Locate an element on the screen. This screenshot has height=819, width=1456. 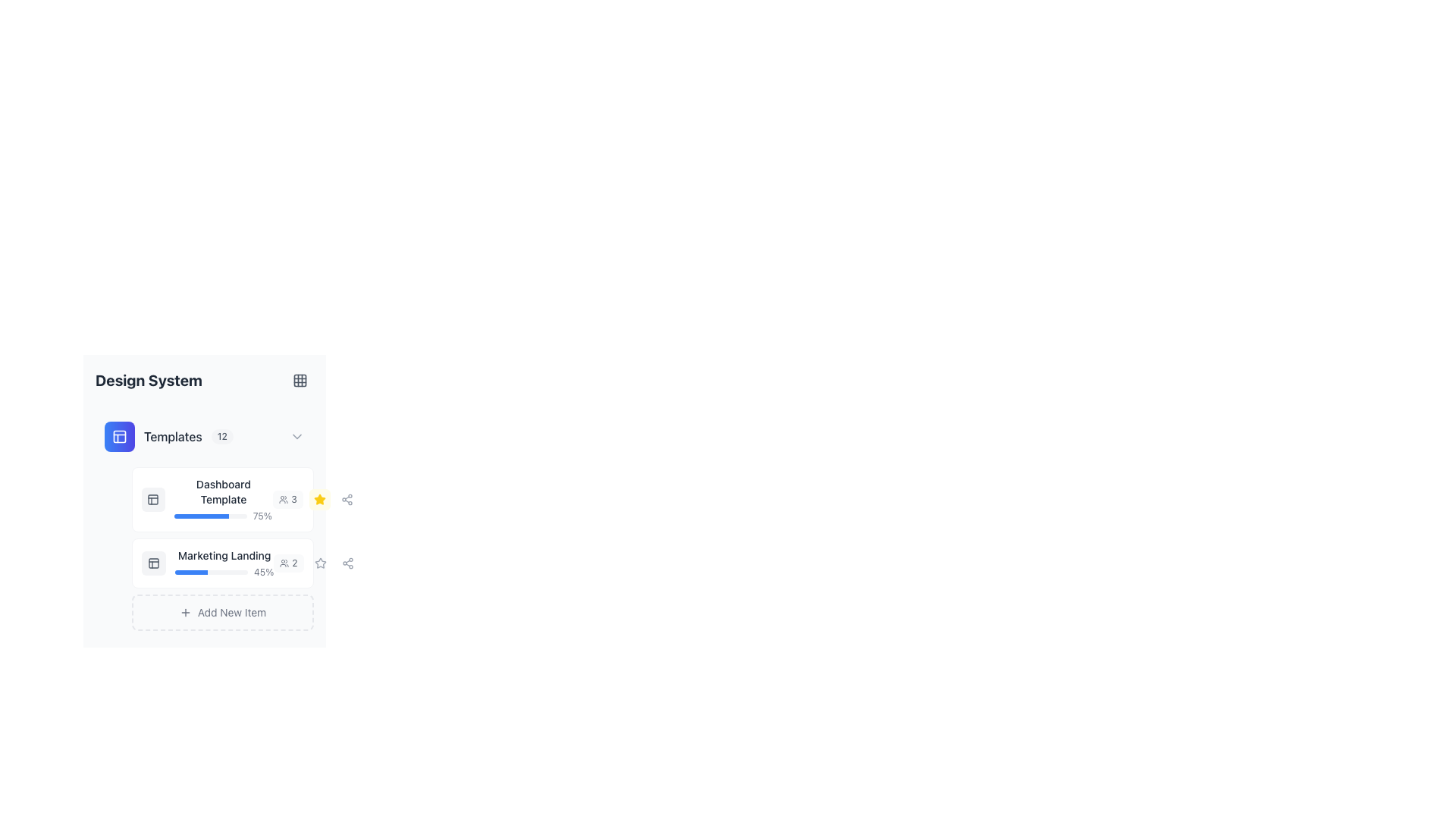
the progress value of the blue filled progress bar located under the 'Dashboard Template' label and above the '75%' numeral is located at coordinates (203, 520).